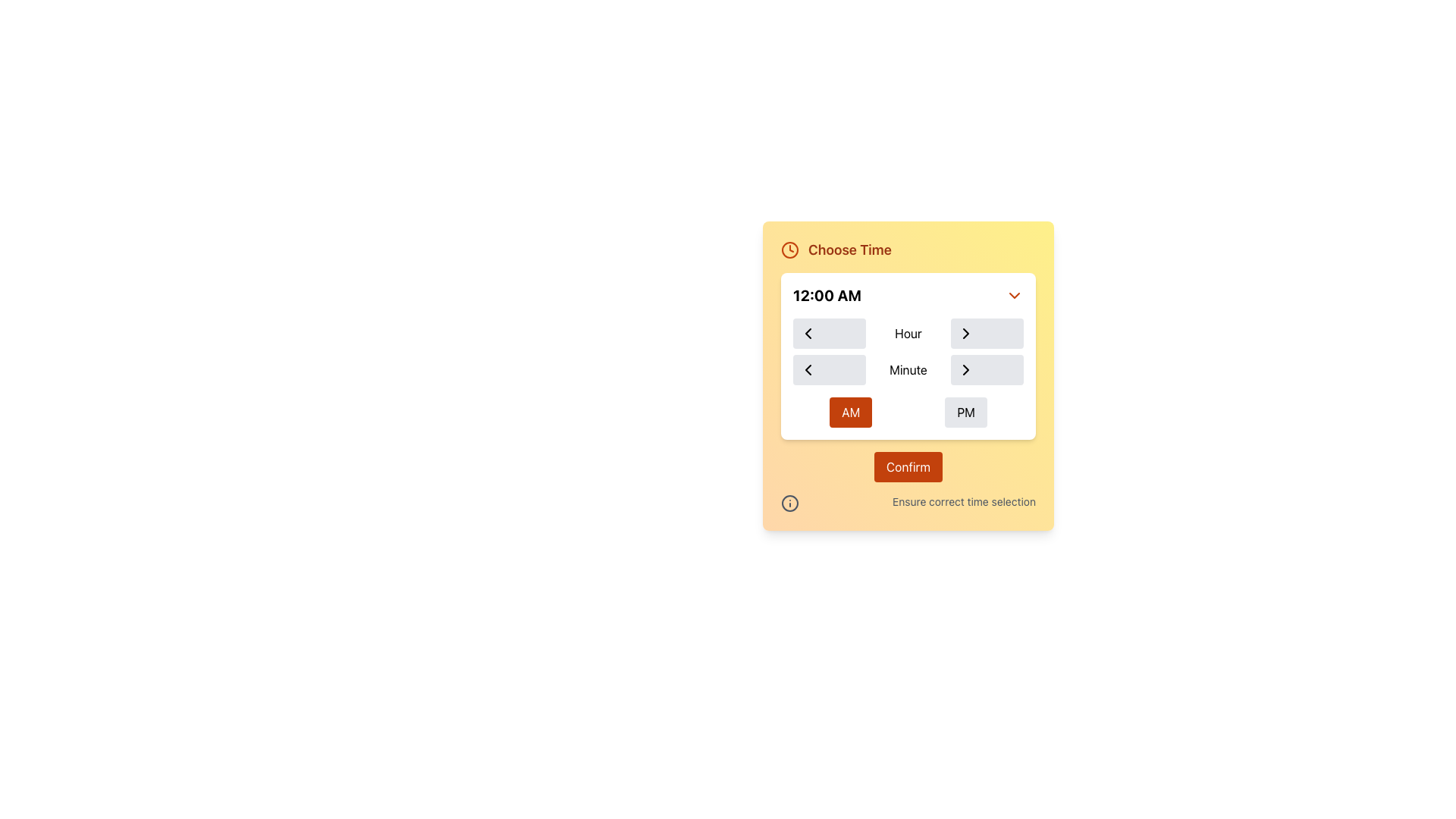 The image size is (1456, 819). What do you see at coordinates (987, 332) in the screenshot?
I see `the increment button for the 'Hour' field located in the top-right portion of the grid layout, specifically in the first row and third column, to increment the hour displayed` at bounding box center [987, 332].